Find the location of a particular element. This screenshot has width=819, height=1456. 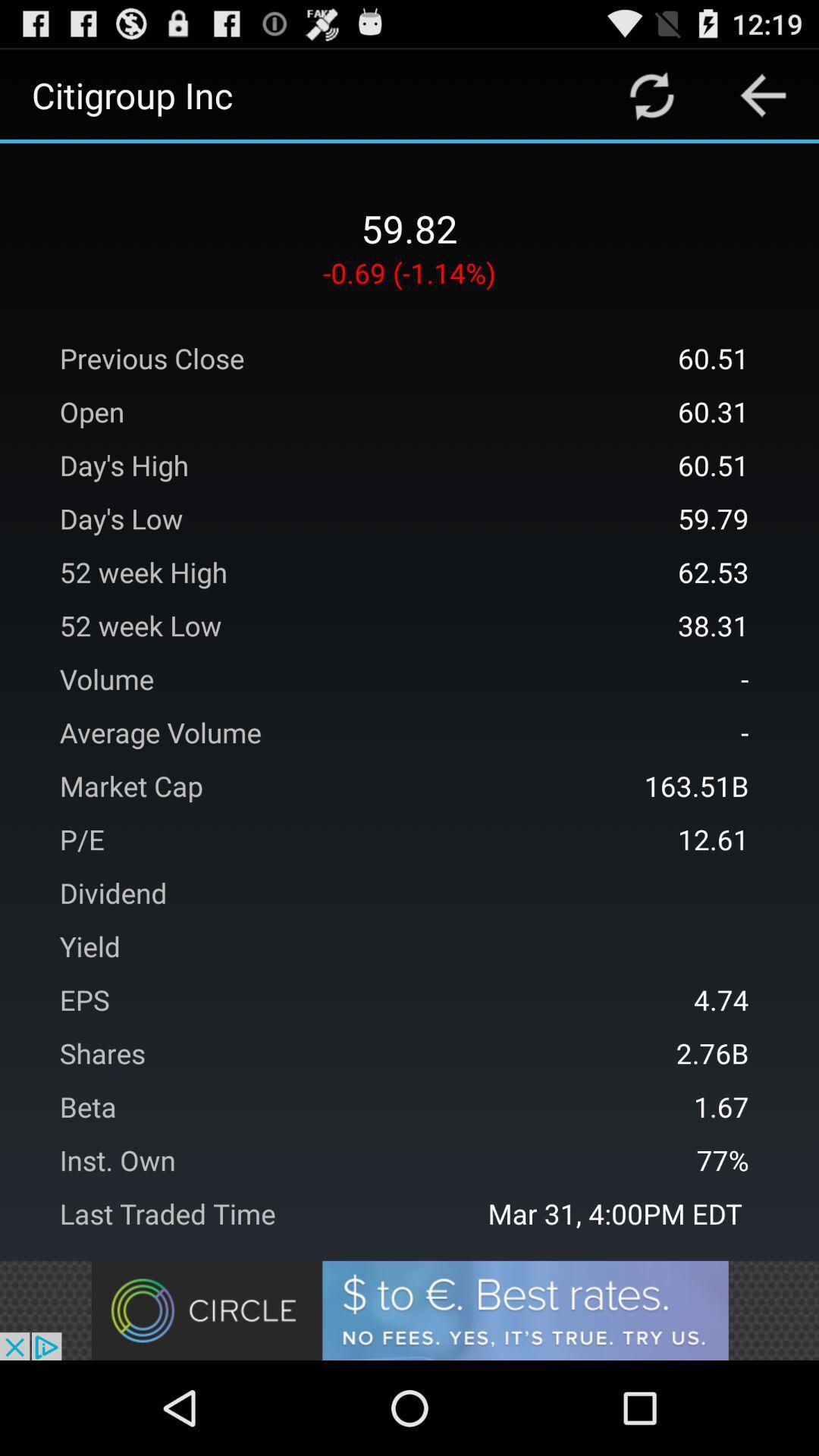

refresh page is located at coordinates (651, 94).